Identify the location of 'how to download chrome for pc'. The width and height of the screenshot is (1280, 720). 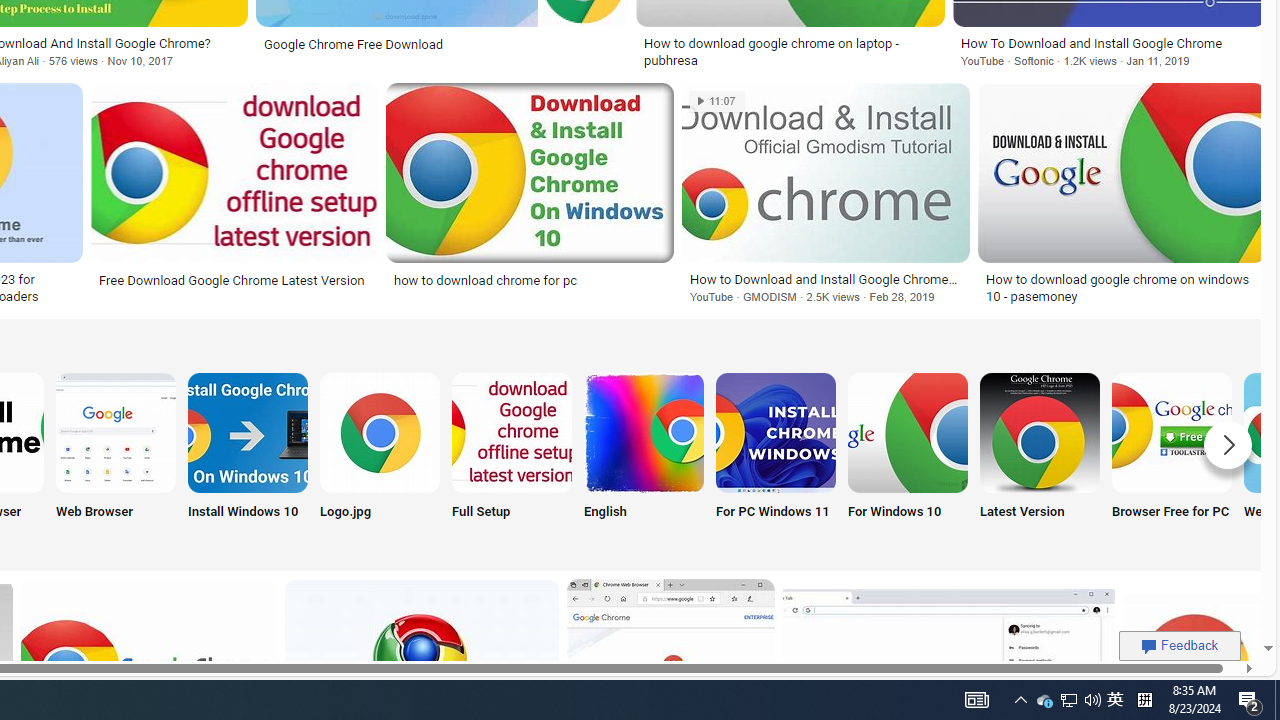
(529, 279).